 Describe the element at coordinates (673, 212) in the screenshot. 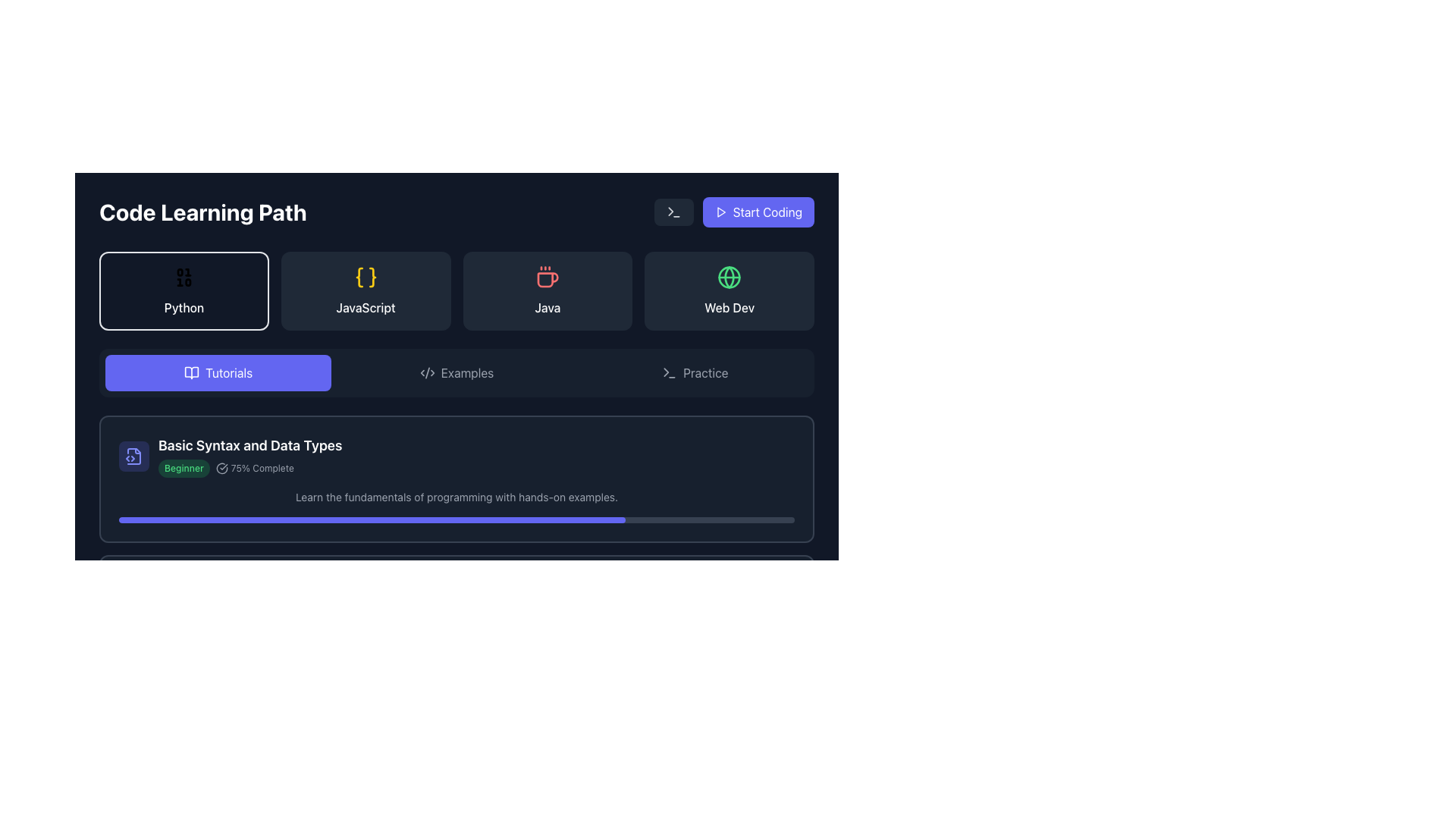

I see `the small, dark terminal-like icon located towards the top-right corner of the interface, adjacent to the 'Start Coding' button` at that location.